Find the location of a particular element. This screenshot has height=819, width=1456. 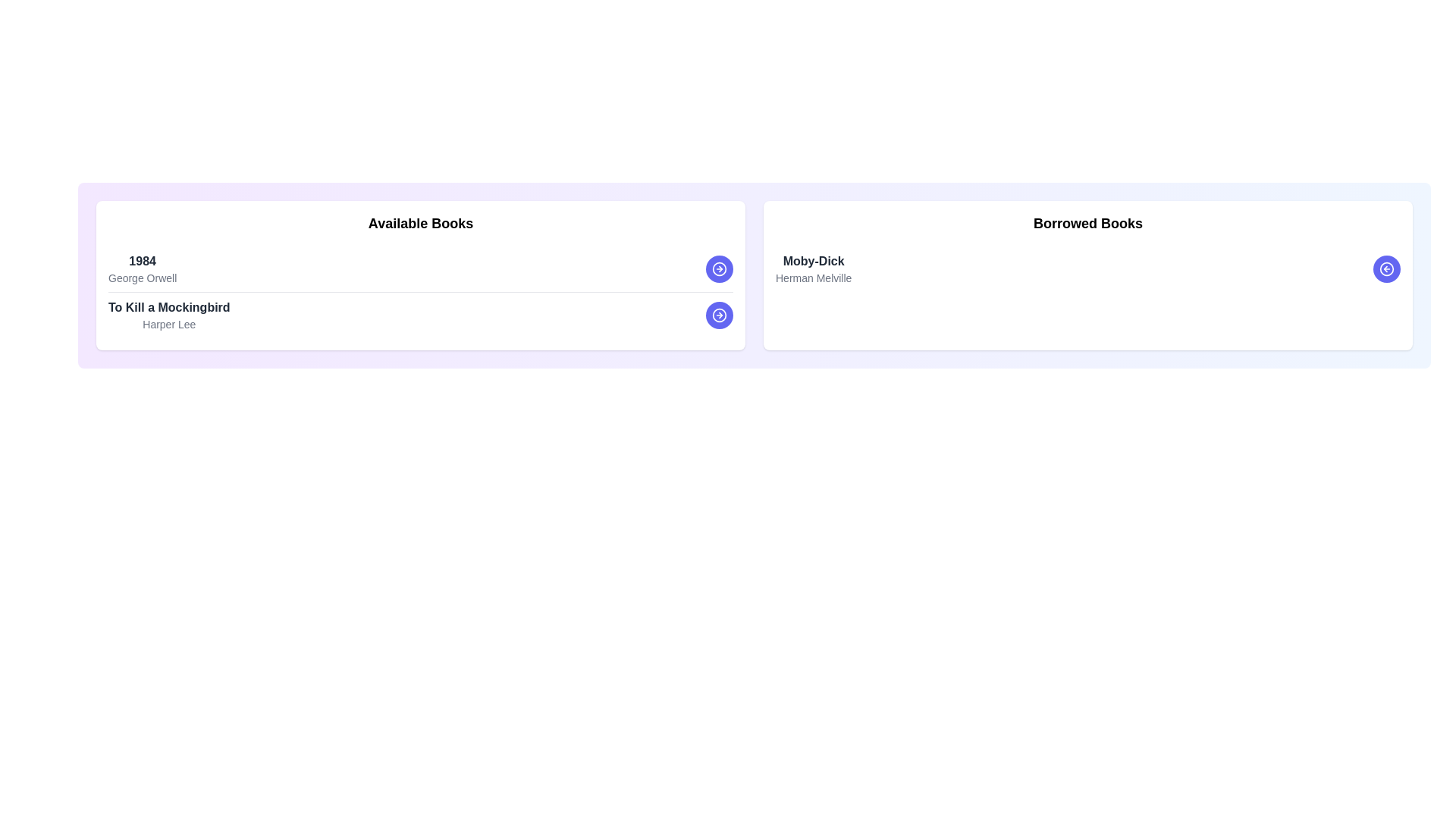

'Transfer Book' button for the book titled To Kill a Mockingbird is located at coordinates (719, 315).